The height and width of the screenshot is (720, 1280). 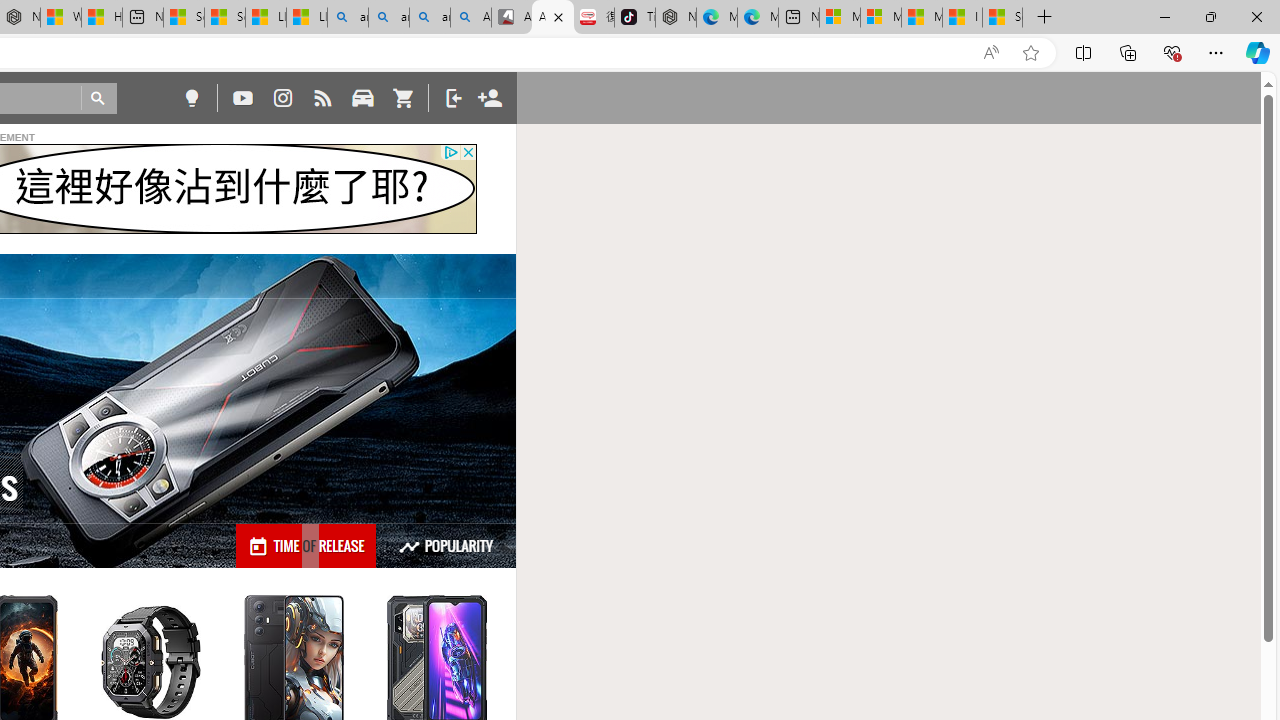 I want to click on 'I Gained 20 Pounds of Muscle in 30 Days! | Watch', so click(x=962, y=17).